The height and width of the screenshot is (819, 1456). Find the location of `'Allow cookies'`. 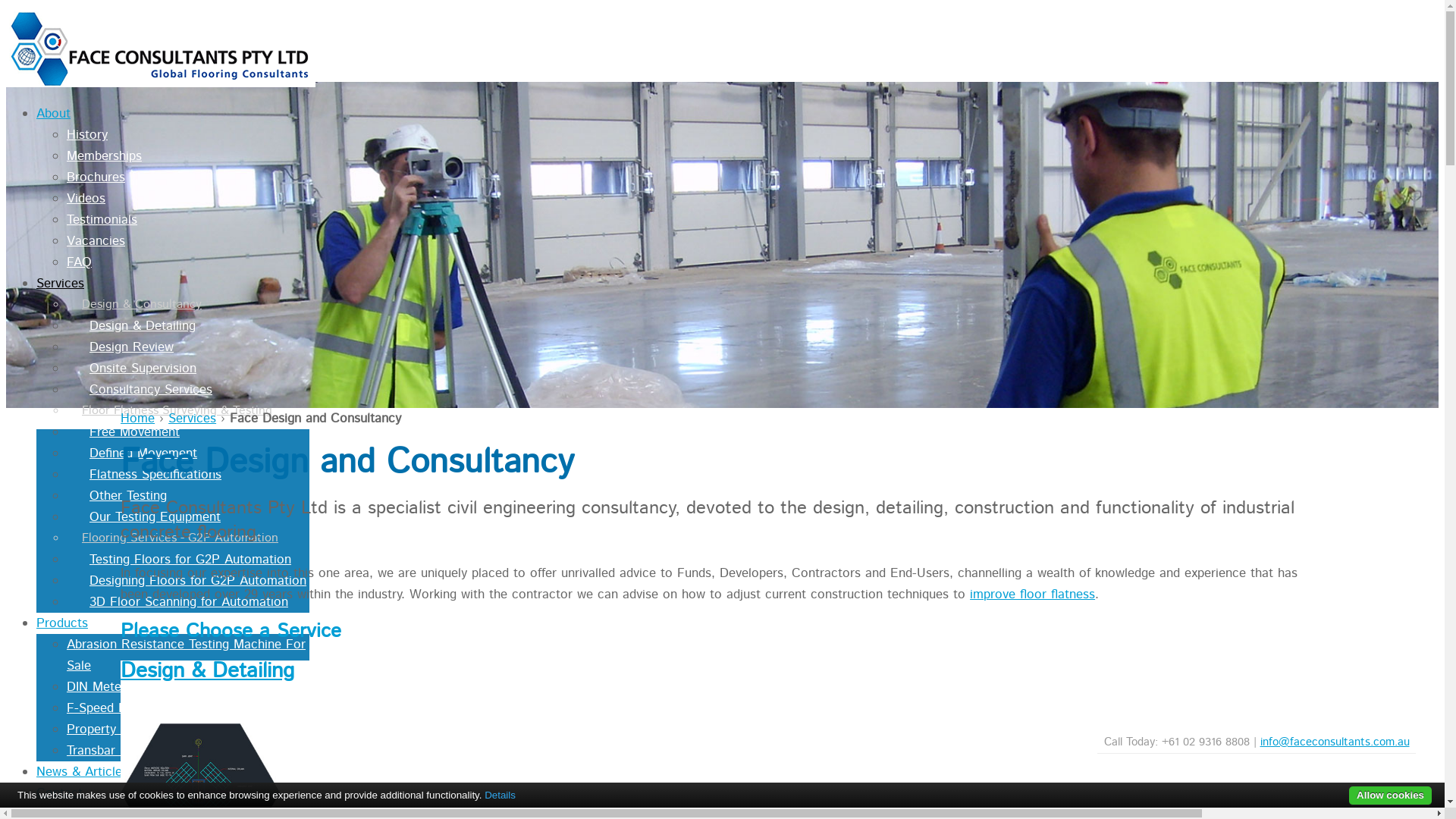

'Allow cookies' is located at coordinates (1390, 795).